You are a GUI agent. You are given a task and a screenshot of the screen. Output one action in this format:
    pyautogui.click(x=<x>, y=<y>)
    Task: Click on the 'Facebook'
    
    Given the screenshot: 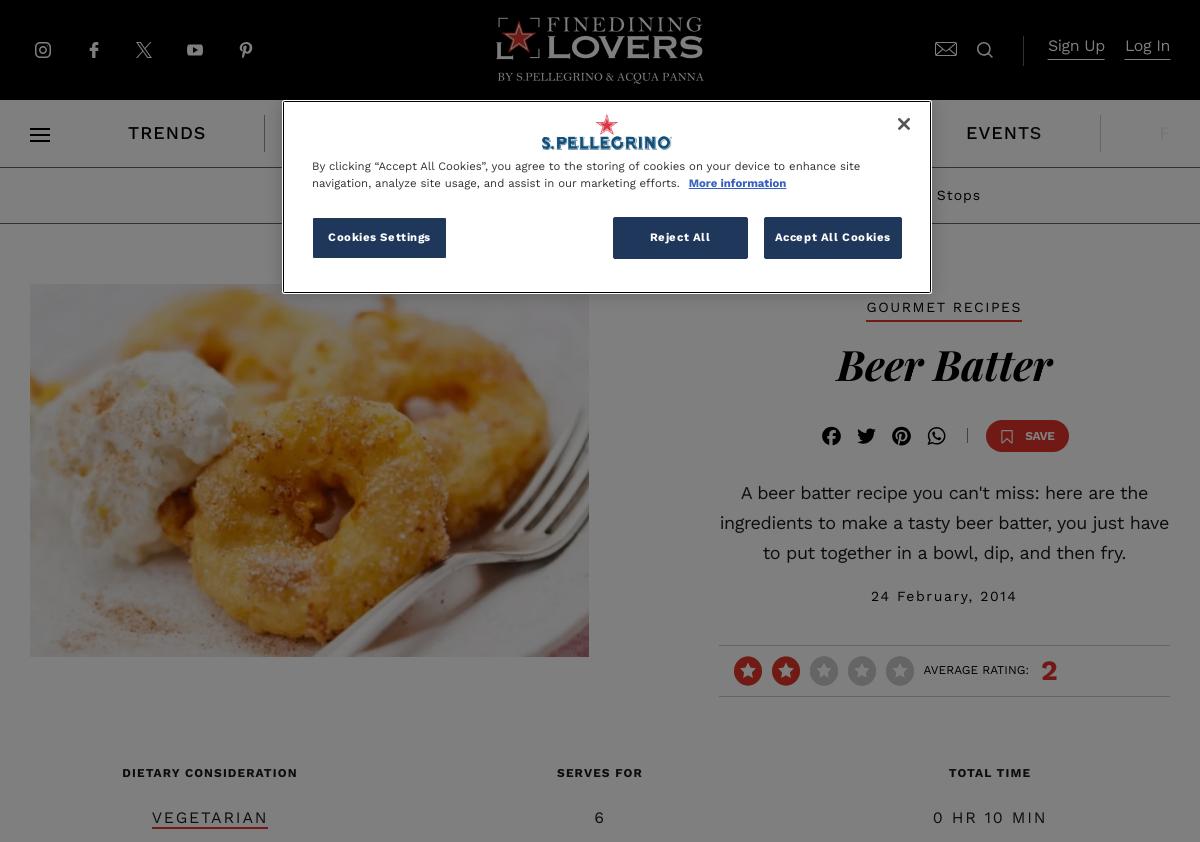 What is the action you would take?
    pyautogui.click(x=851, y=466)
    